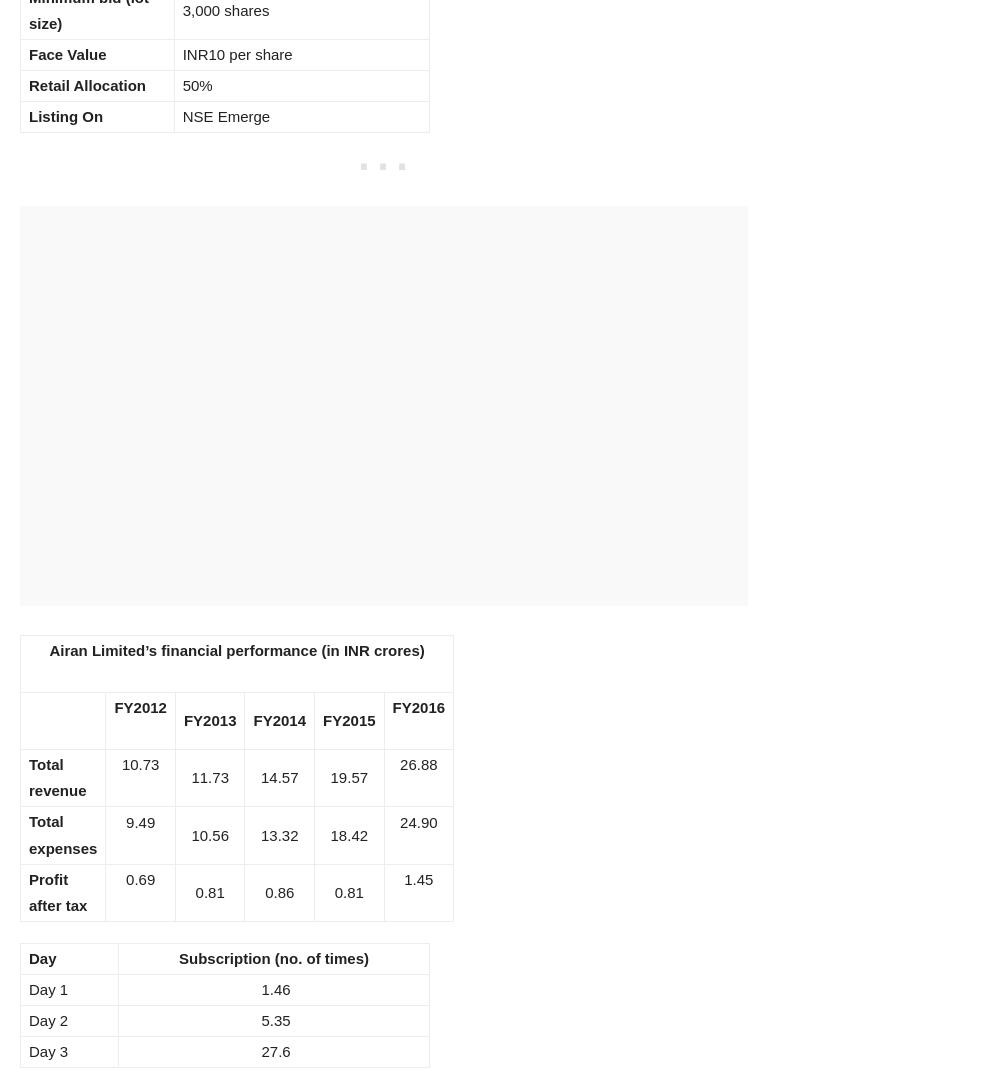 The image size is (990, 1070). Describe the element at coordinates (279, 891) in the screenshot. I see `'0.86'` at that location.